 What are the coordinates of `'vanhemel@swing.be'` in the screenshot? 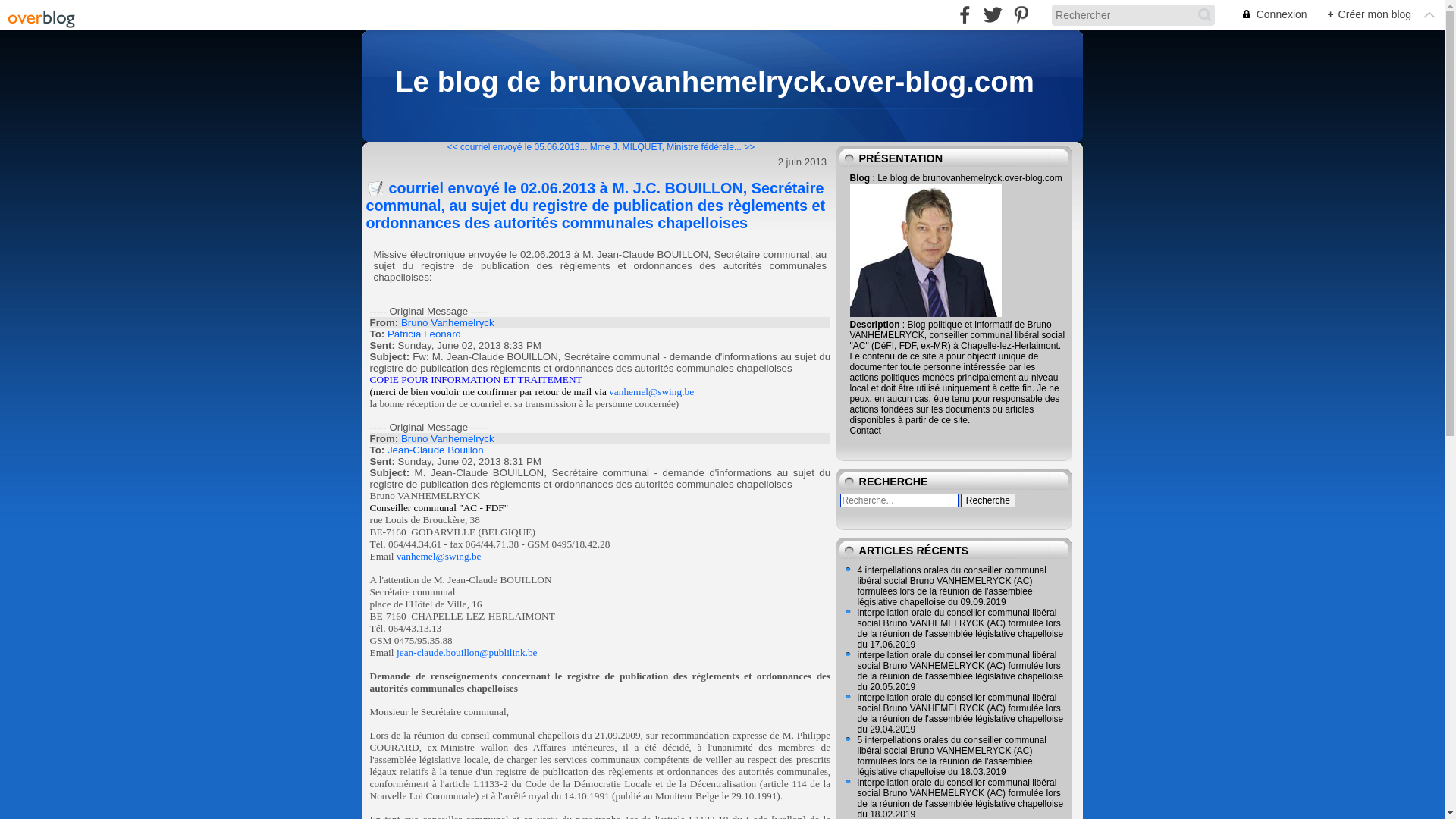 It's located at (608, 391).